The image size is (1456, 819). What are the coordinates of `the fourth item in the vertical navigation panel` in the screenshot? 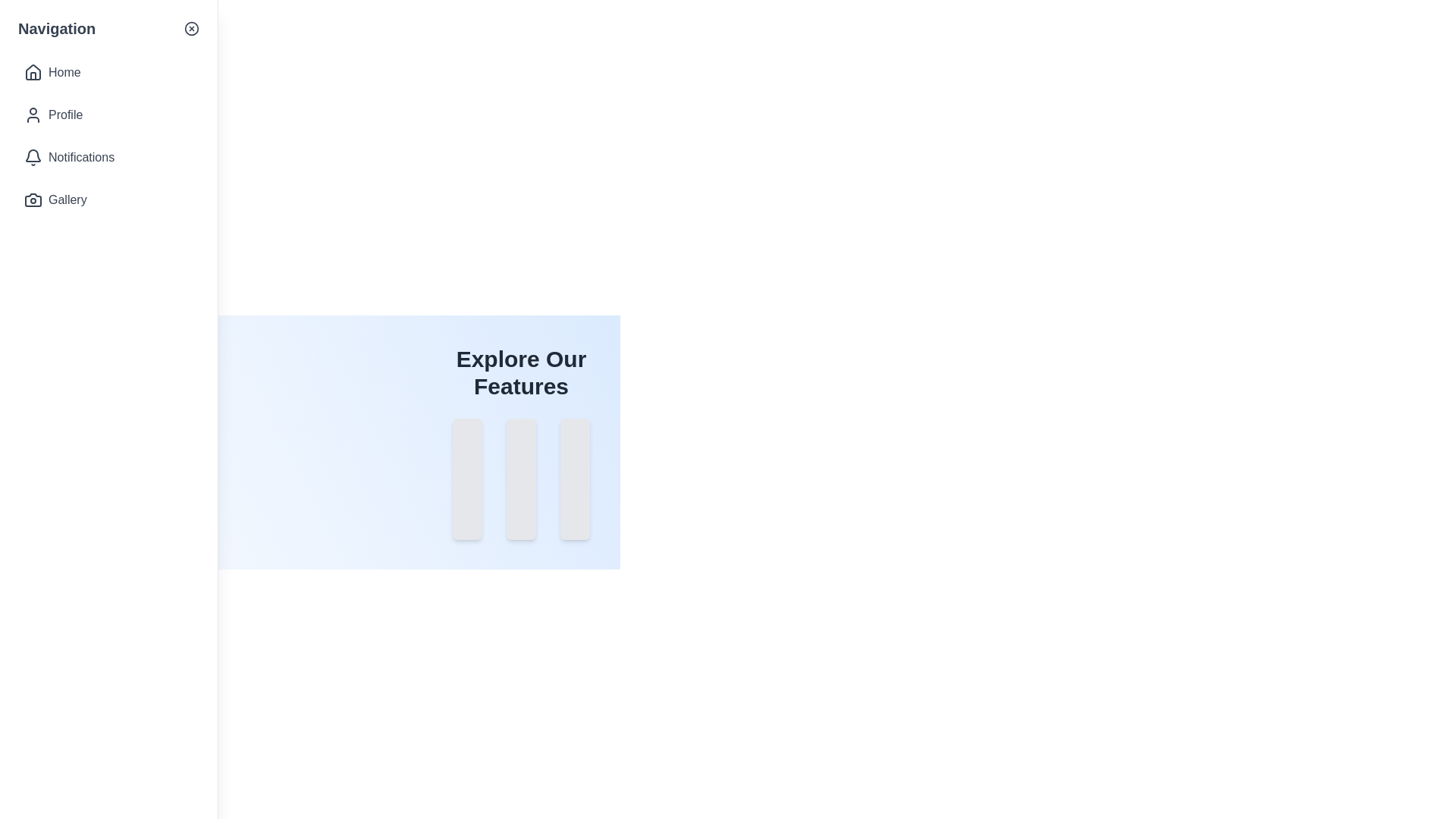 It's located at (108, 199).